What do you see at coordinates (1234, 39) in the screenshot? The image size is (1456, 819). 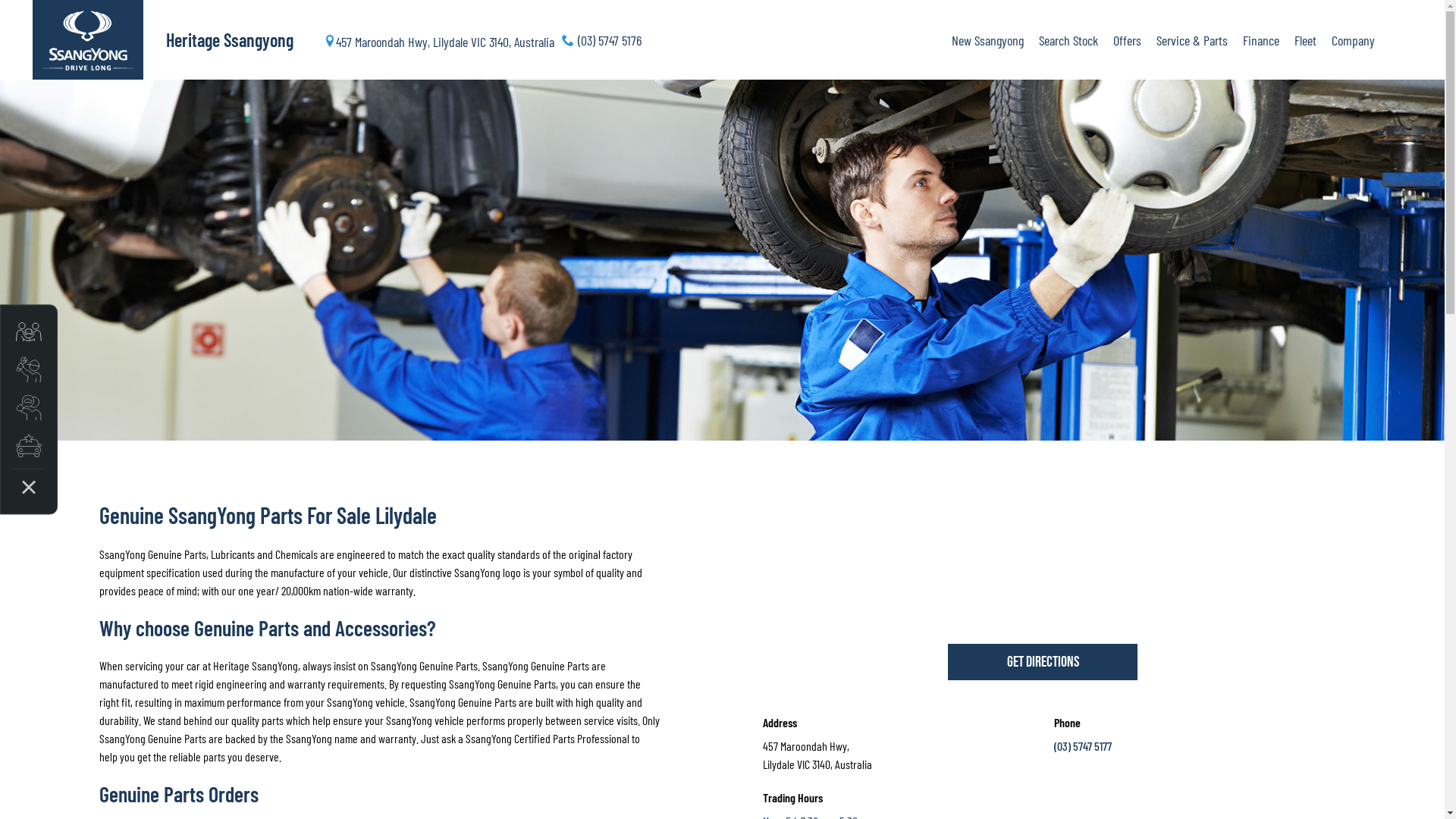 I see `'Finance'` at bounding box center [1234, 39].